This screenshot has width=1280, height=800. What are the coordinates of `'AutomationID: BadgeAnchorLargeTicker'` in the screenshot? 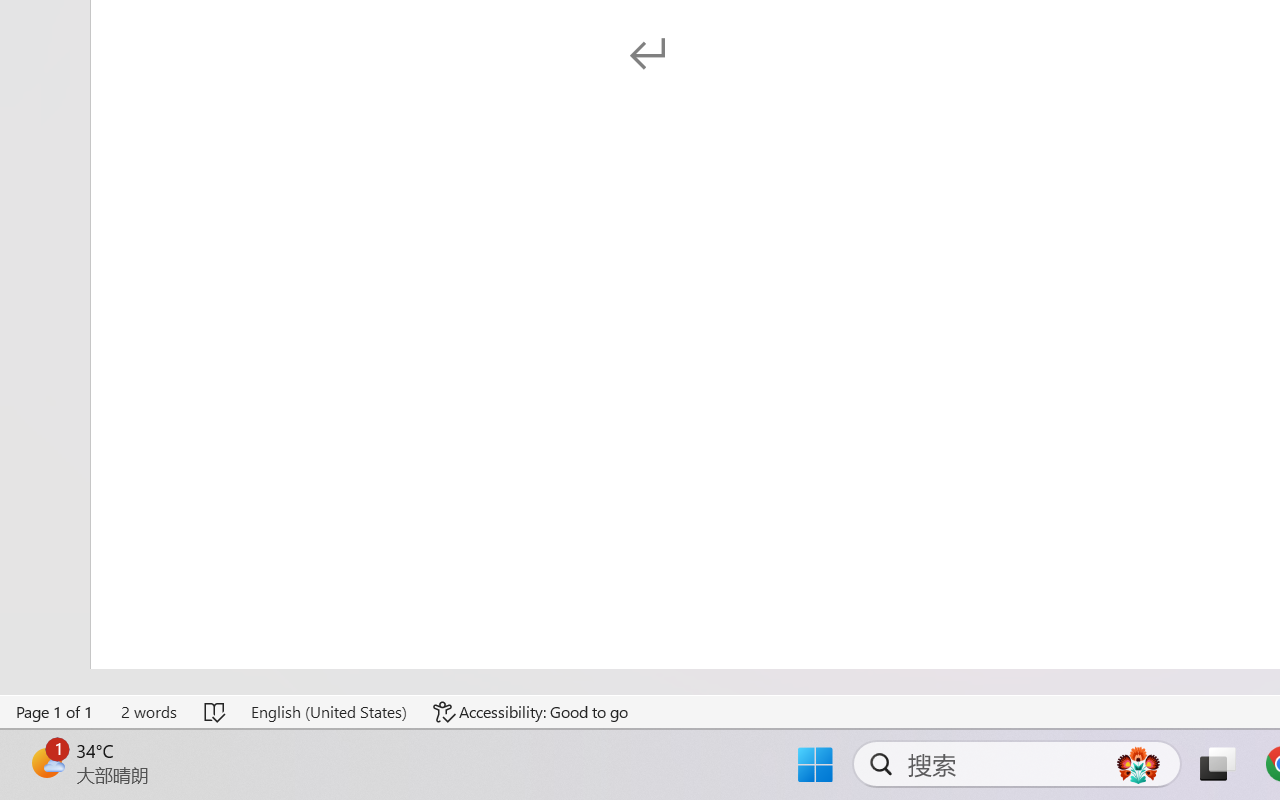 It's located at (46, 762).